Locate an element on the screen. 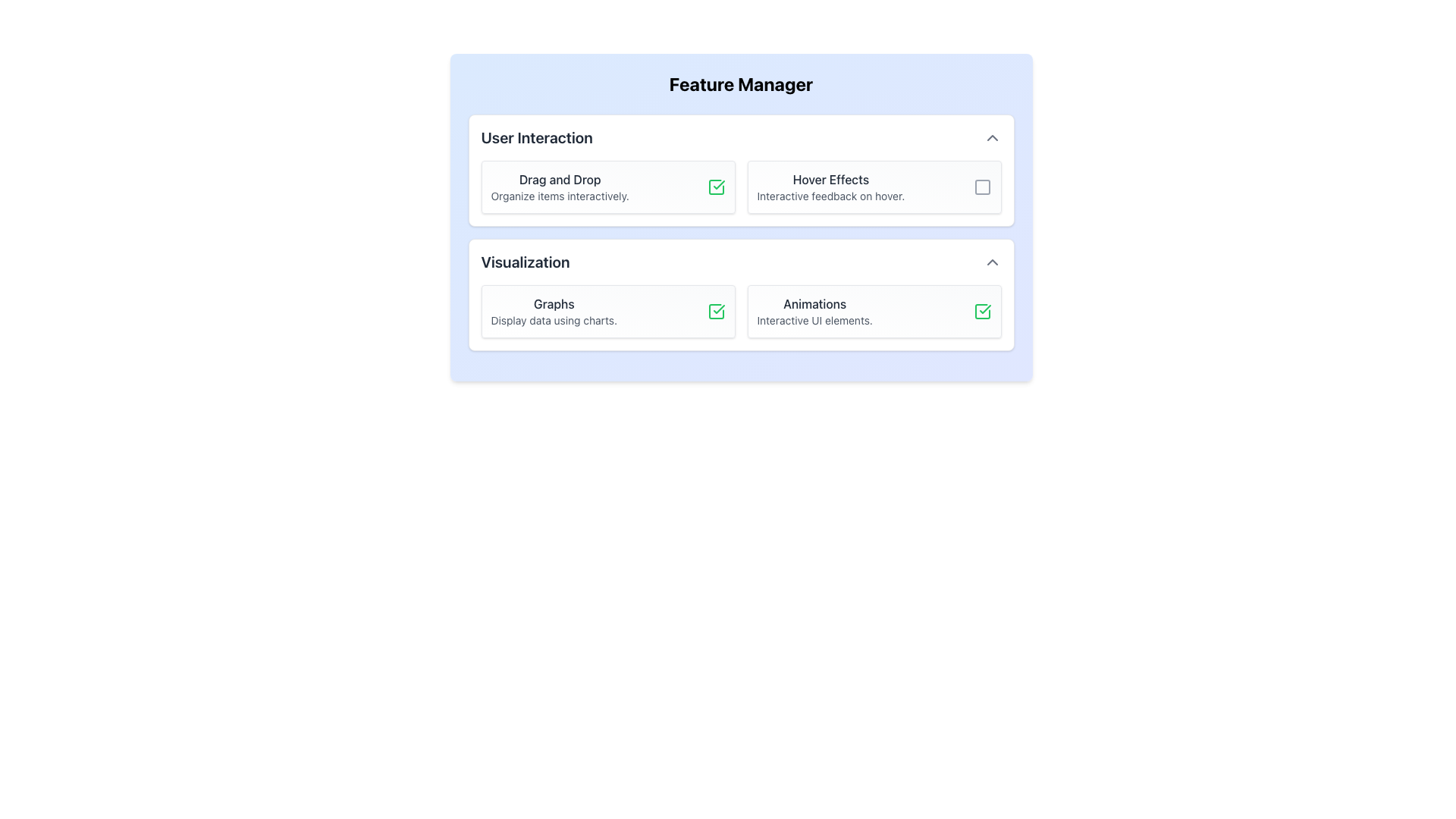 The image size is (1456, 819). the graphical icon at the right end of the 'Graphs' tile in the 'Visualization' section of the 'Feature Manager' is located at coordinates (715, 311).